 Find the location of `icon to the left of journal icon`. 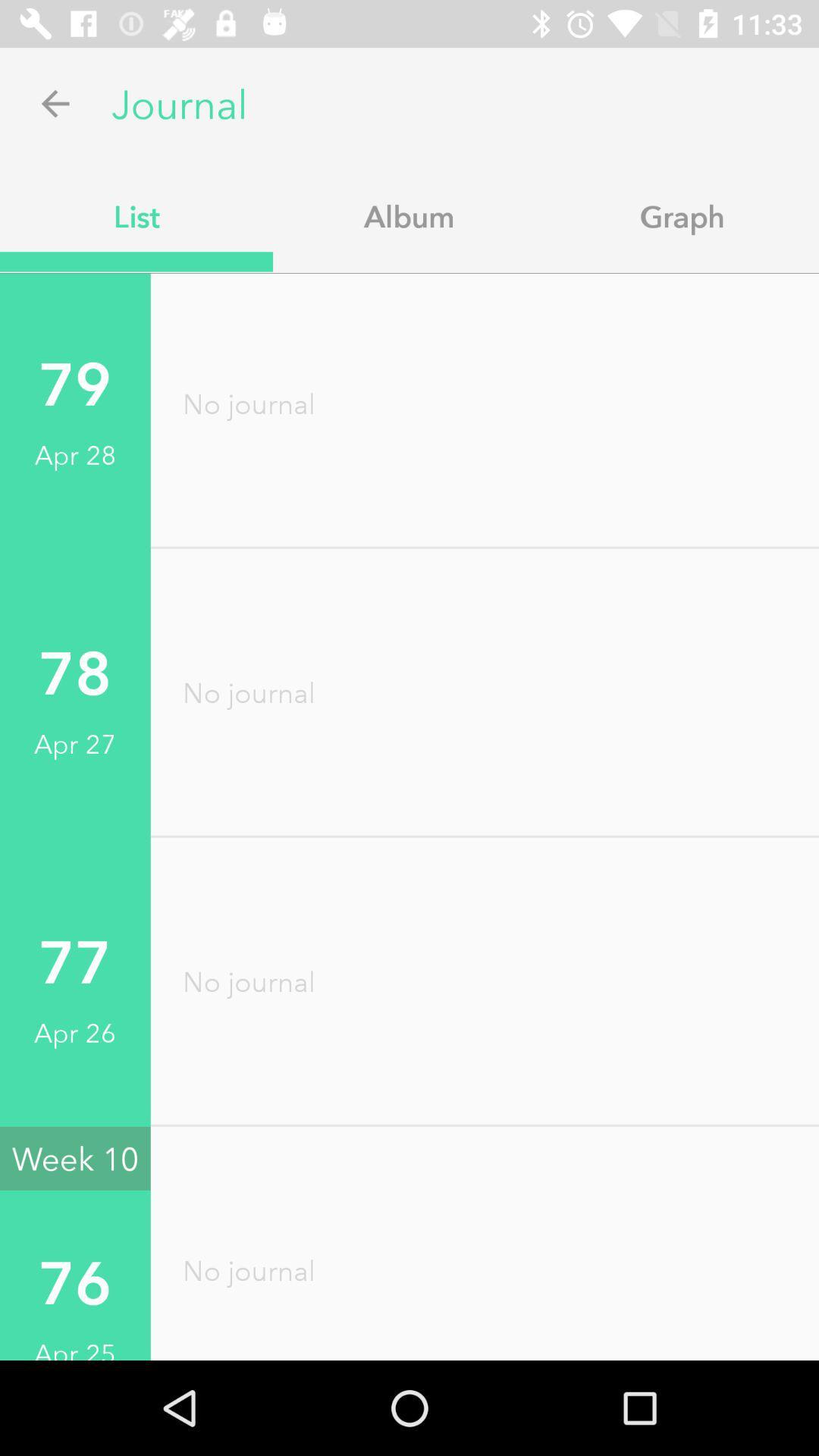

icon to the left of journal icon is located at coordinates (55, 102).